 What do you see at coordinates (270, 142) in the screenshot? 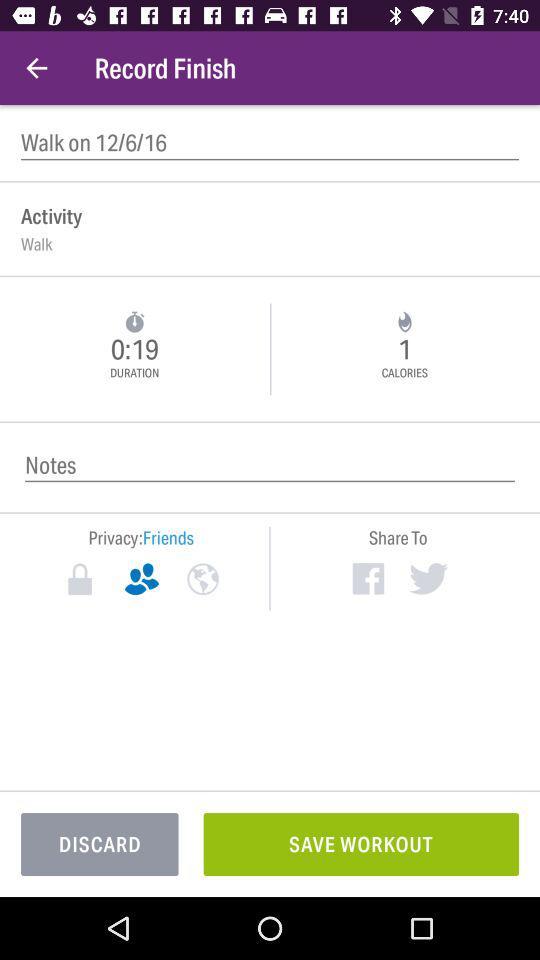
I see `workout name` at bounding box center [270, 142].